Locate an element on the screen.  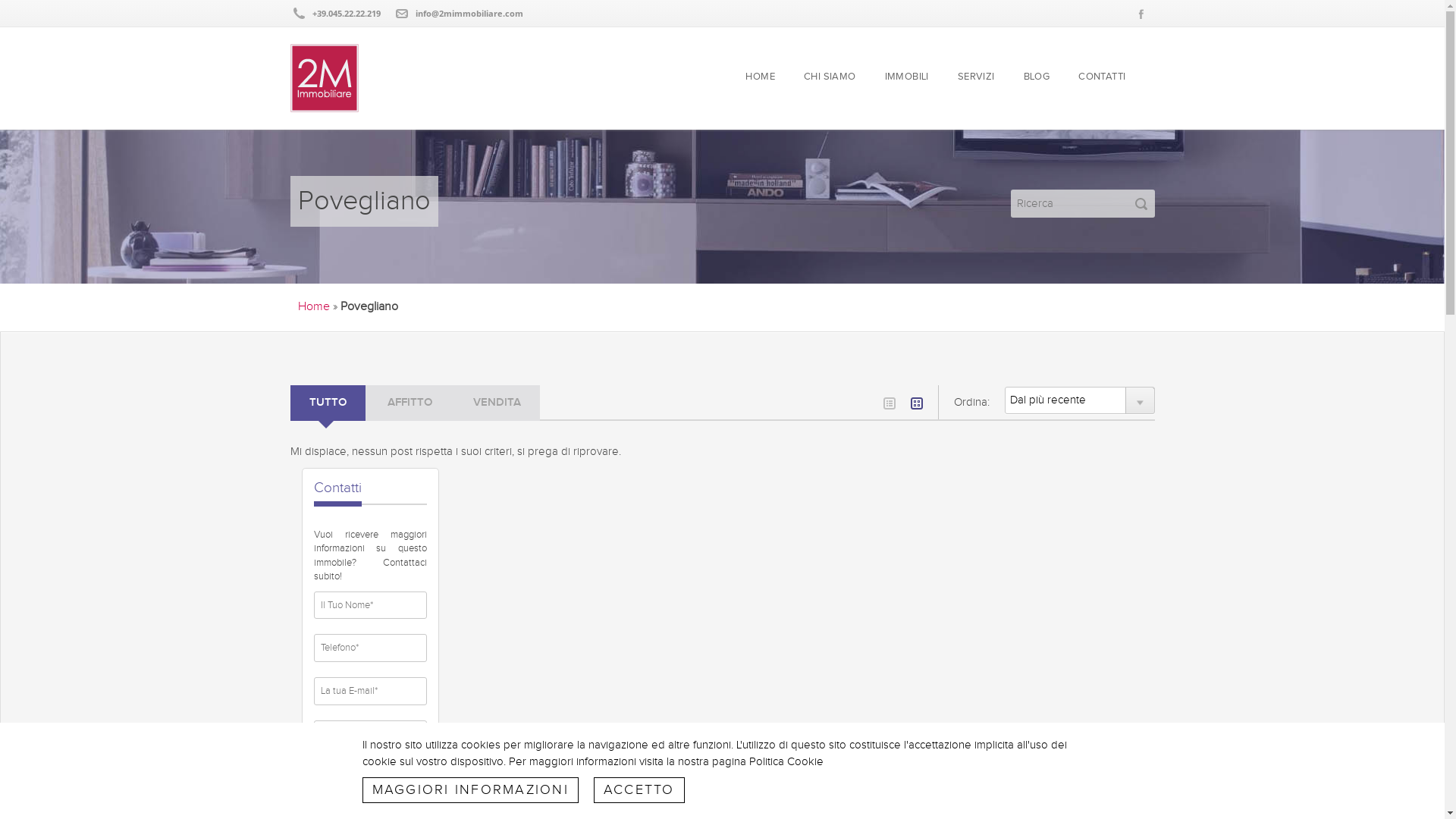
'MAGGIORI INFORMAZIONI' is located at coordinates (469, 789).